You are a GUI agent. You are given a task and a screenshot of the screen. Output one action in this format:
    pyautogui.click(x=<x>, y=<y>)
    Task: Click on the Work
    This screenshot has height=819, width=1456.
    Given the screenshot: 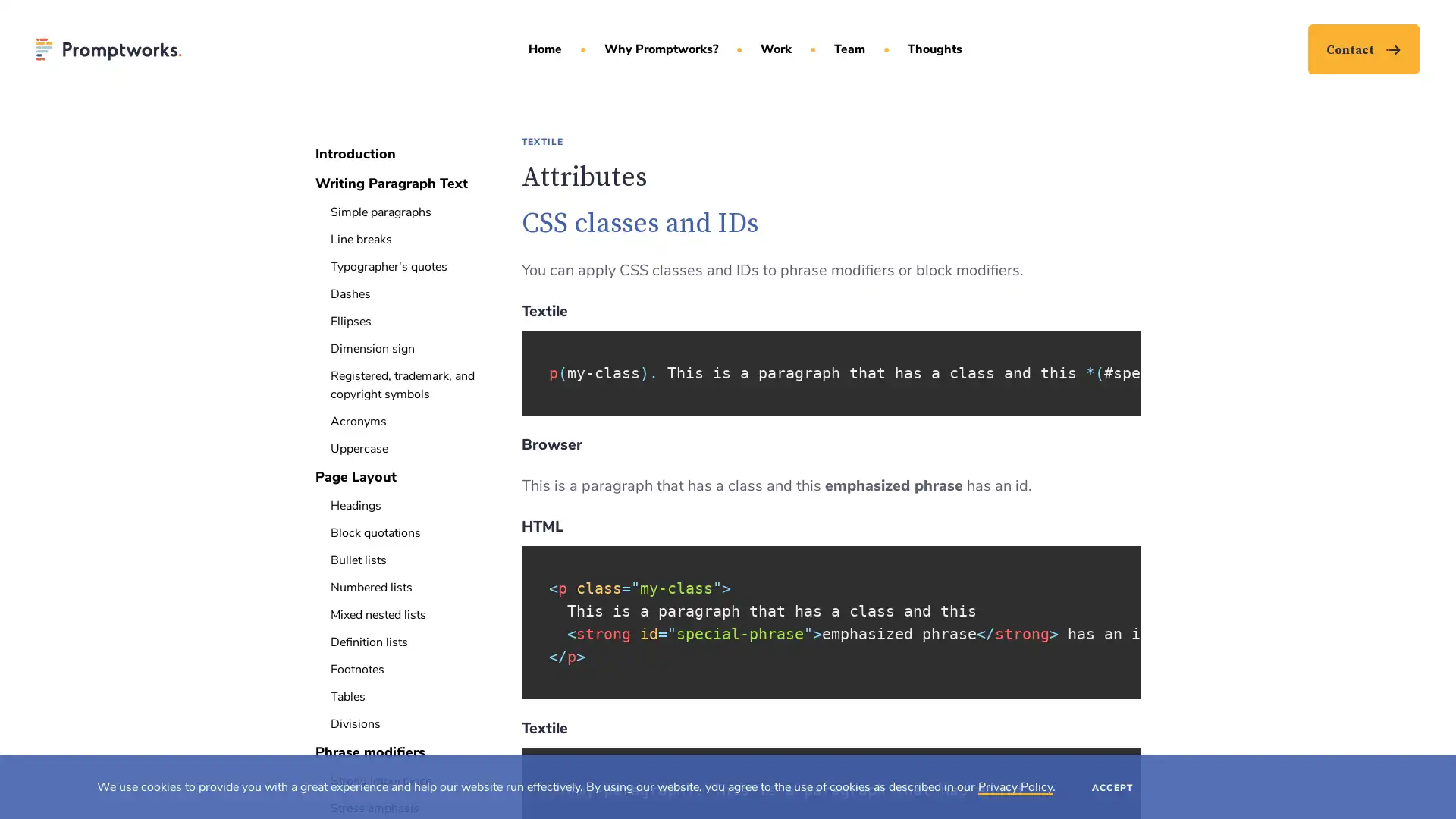 What is the action you would take?
    pyautogui.click(x=775, y=49)
    